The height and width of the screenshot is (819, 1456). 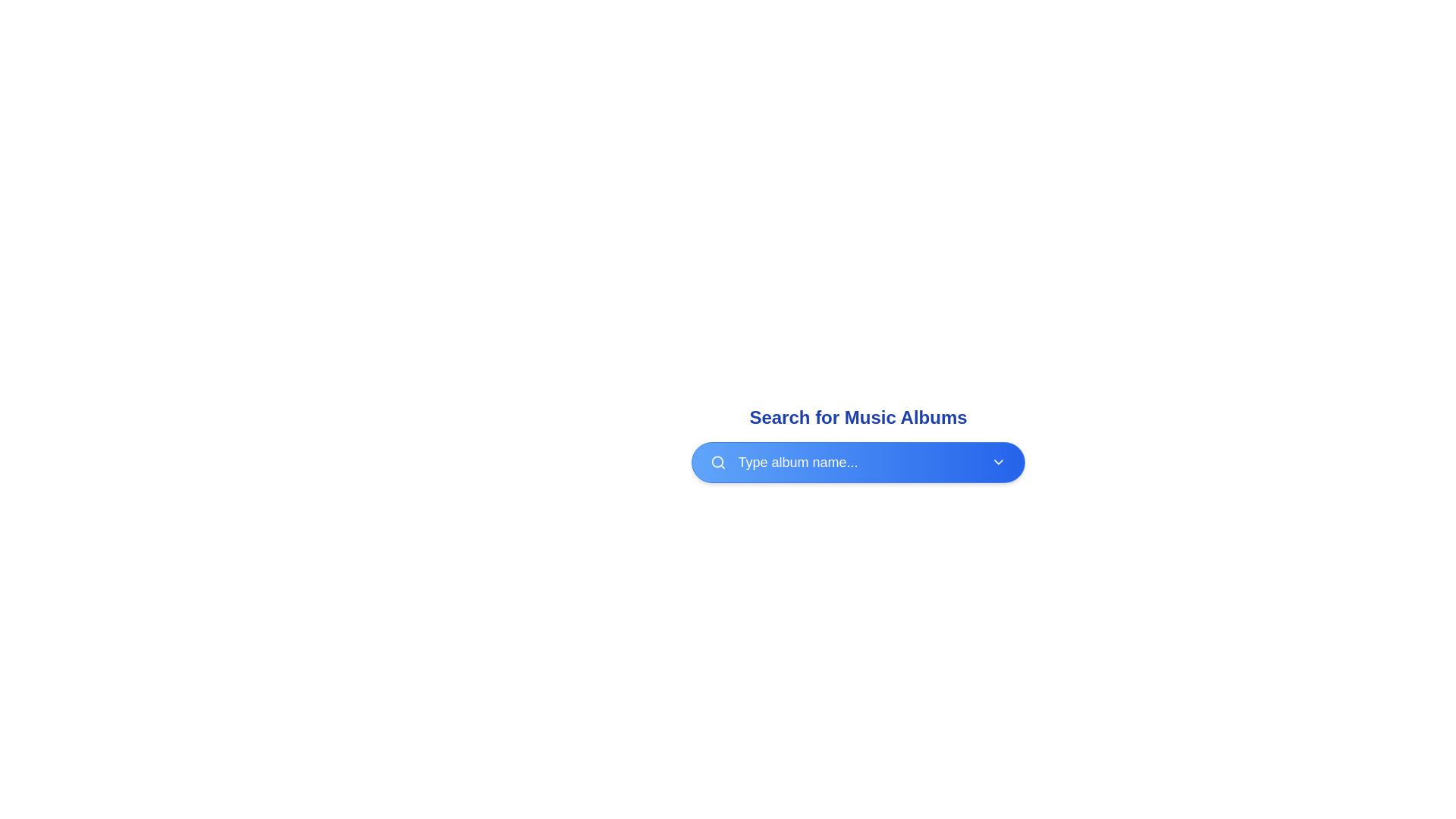 I want to click on the magnifying glass icon located inside the blue rectangular button on the left side of the search text input box, so click(x=717, y=461).